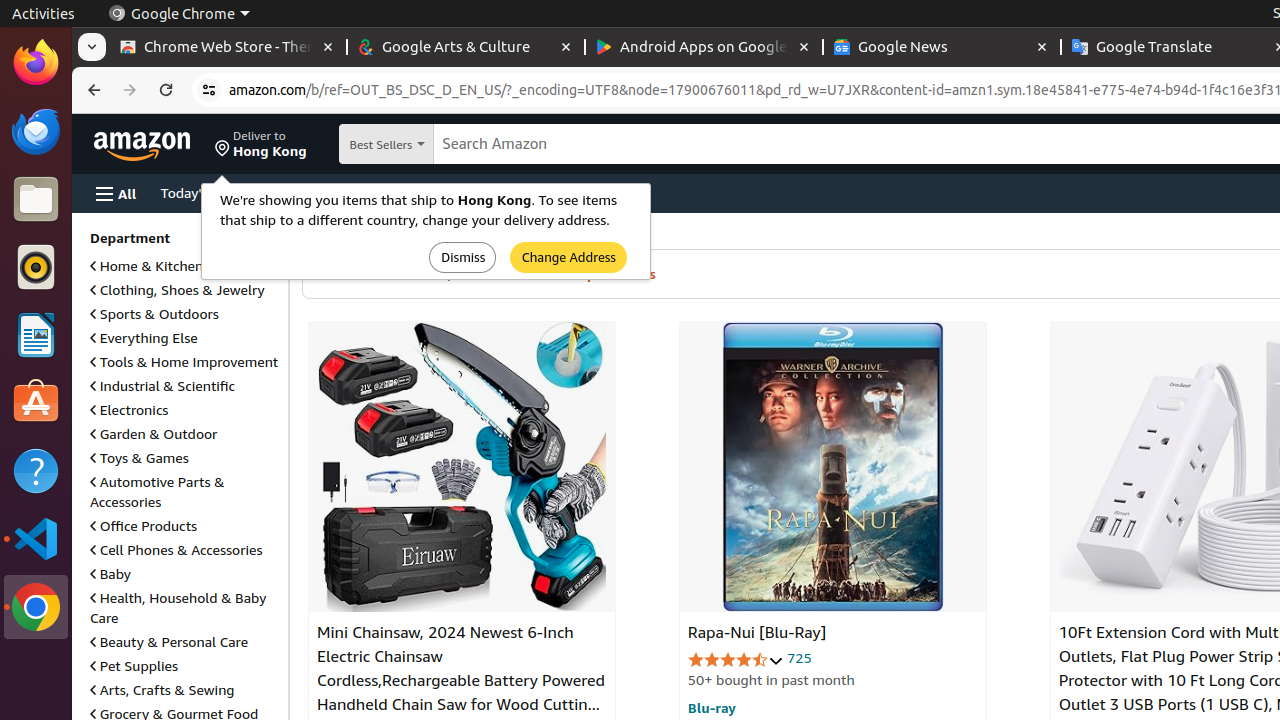 The image size is (1280, 720). Describe the element at coordinates (169, 641) in the screenshot. I see `'Beauty & Personal Care'` at that location.